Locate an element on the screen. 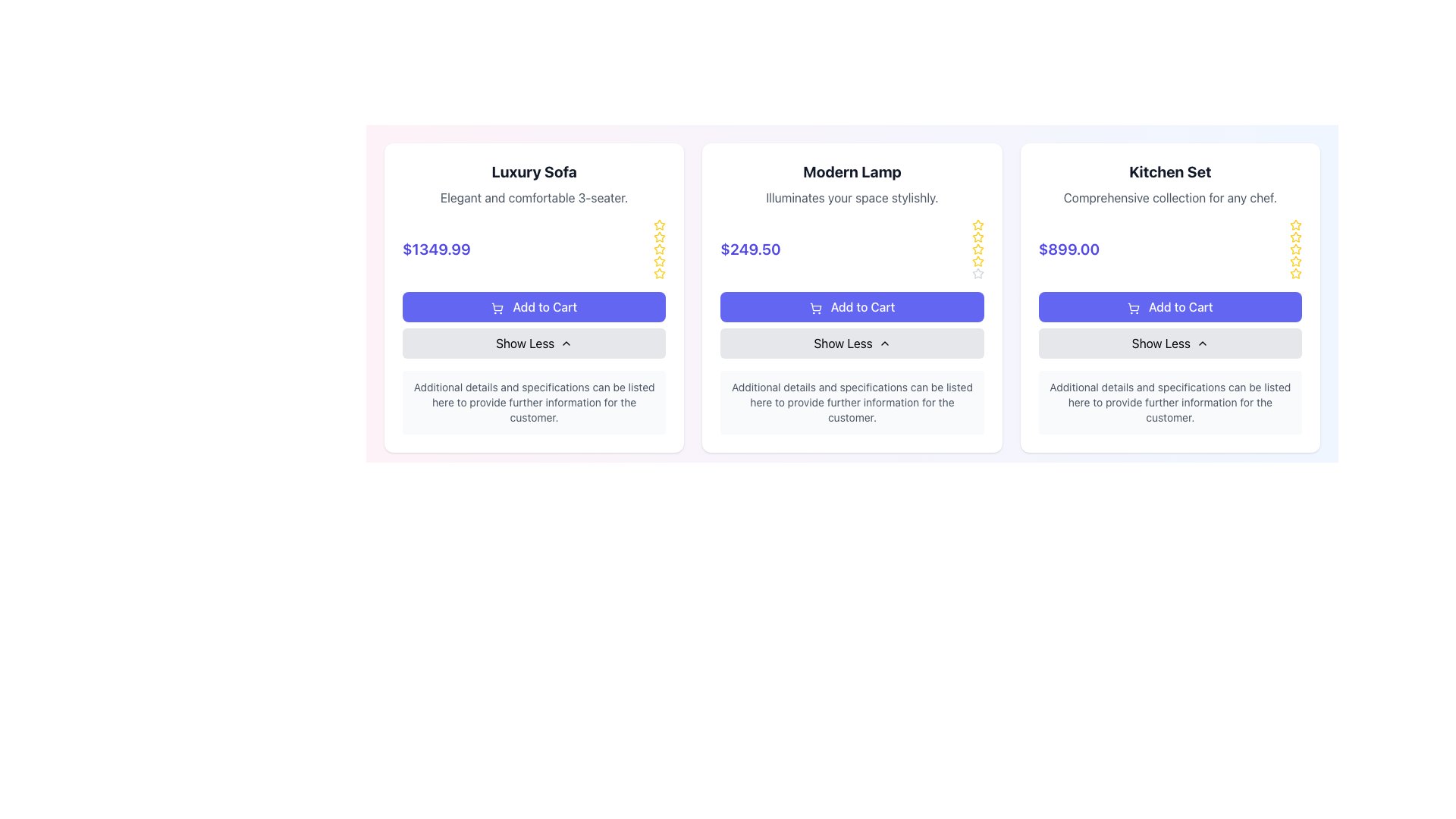 The width and height of the screenshot is (1456, 819). the upward-pointing chevron icon within the 'Show Less' button is located at coordinates (884, 343).